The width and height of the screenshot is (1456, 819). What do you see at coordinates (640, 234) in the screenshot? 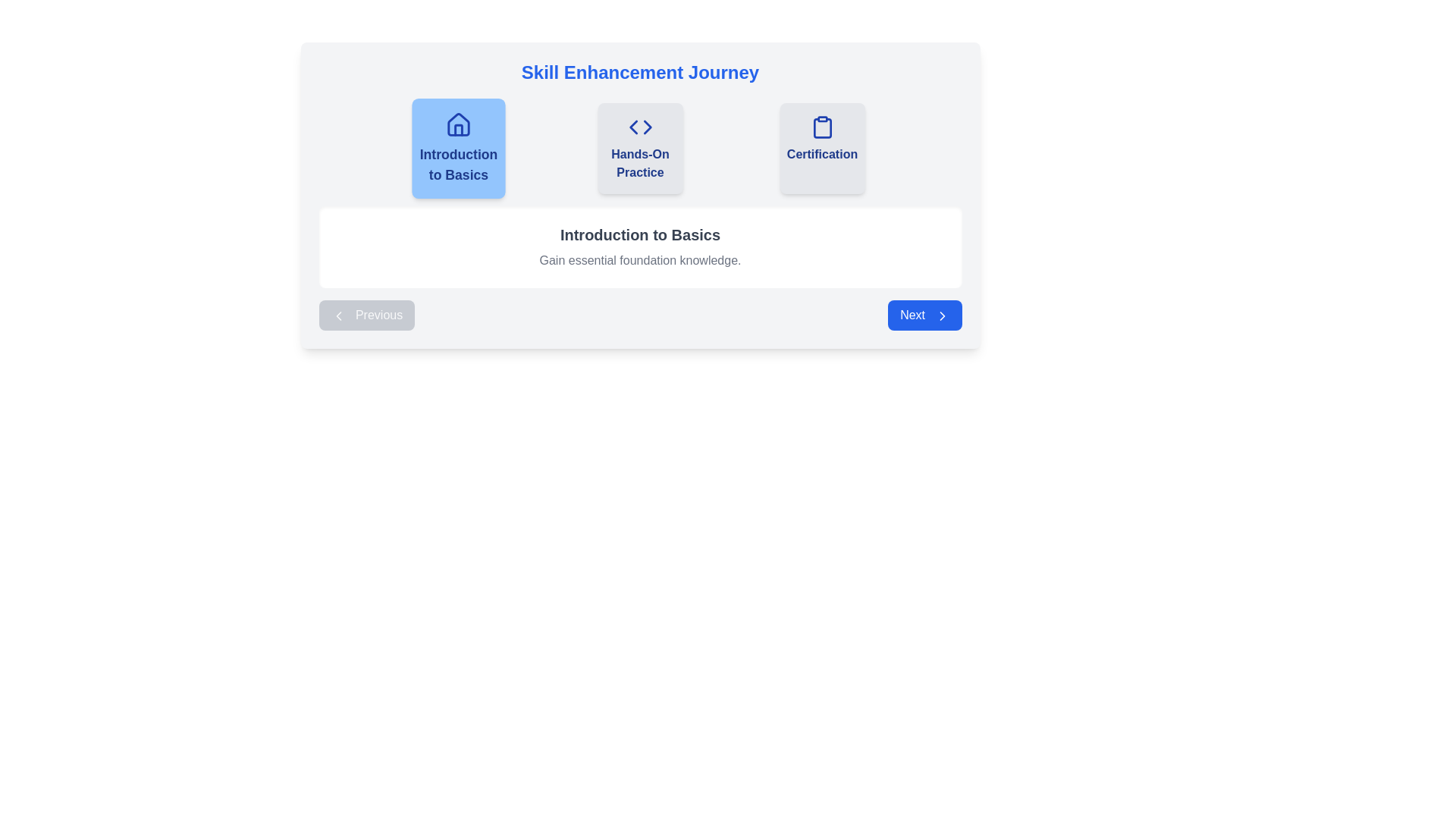
I see `the text label or heading displaying 'Introduction to Basics' in bold, extra-large gray font, which is centered in a card-like section of the interface` at bounding box center [640, 234].